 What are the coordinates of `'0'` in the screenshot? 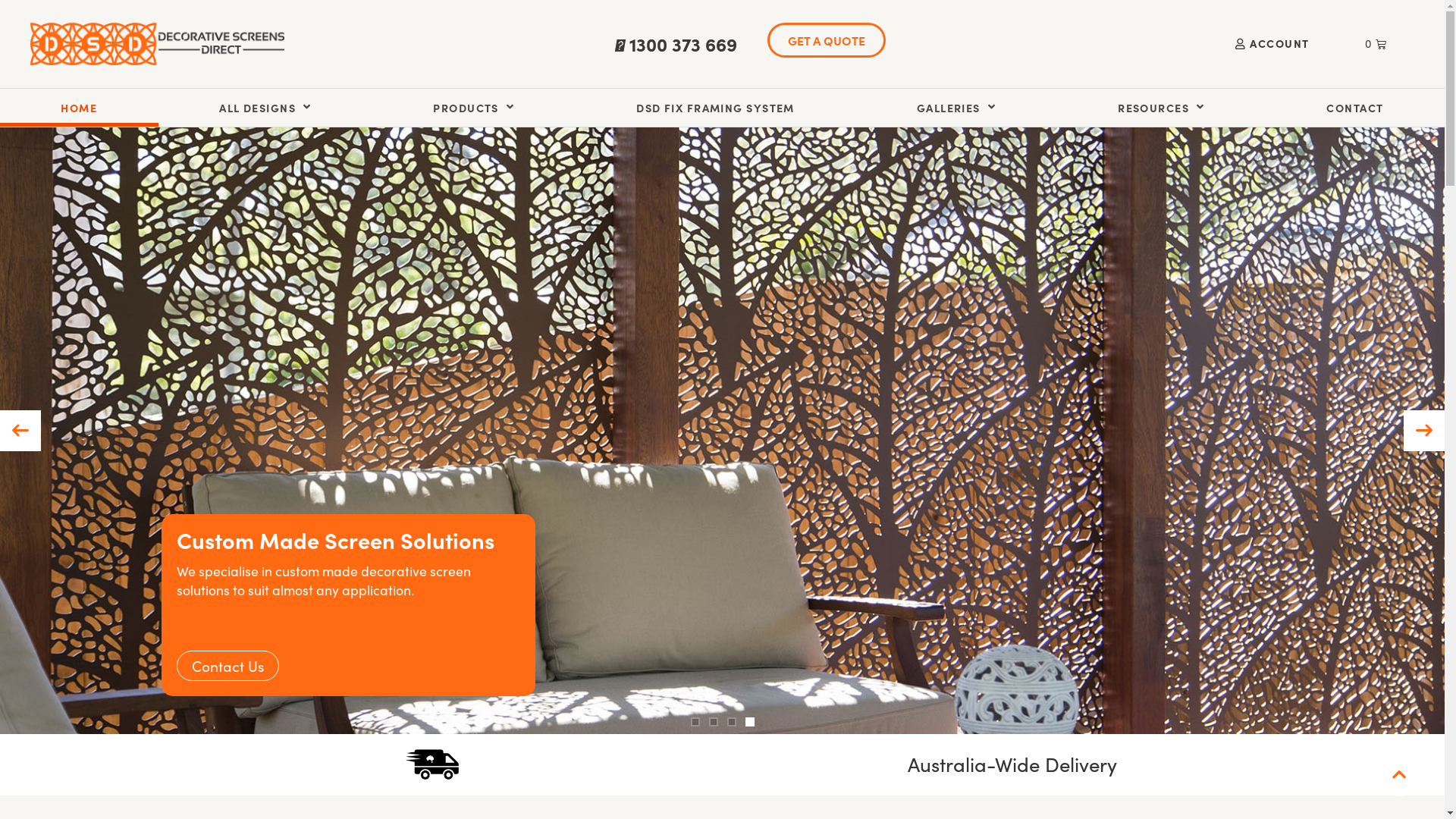 It's located at (1347, 42).